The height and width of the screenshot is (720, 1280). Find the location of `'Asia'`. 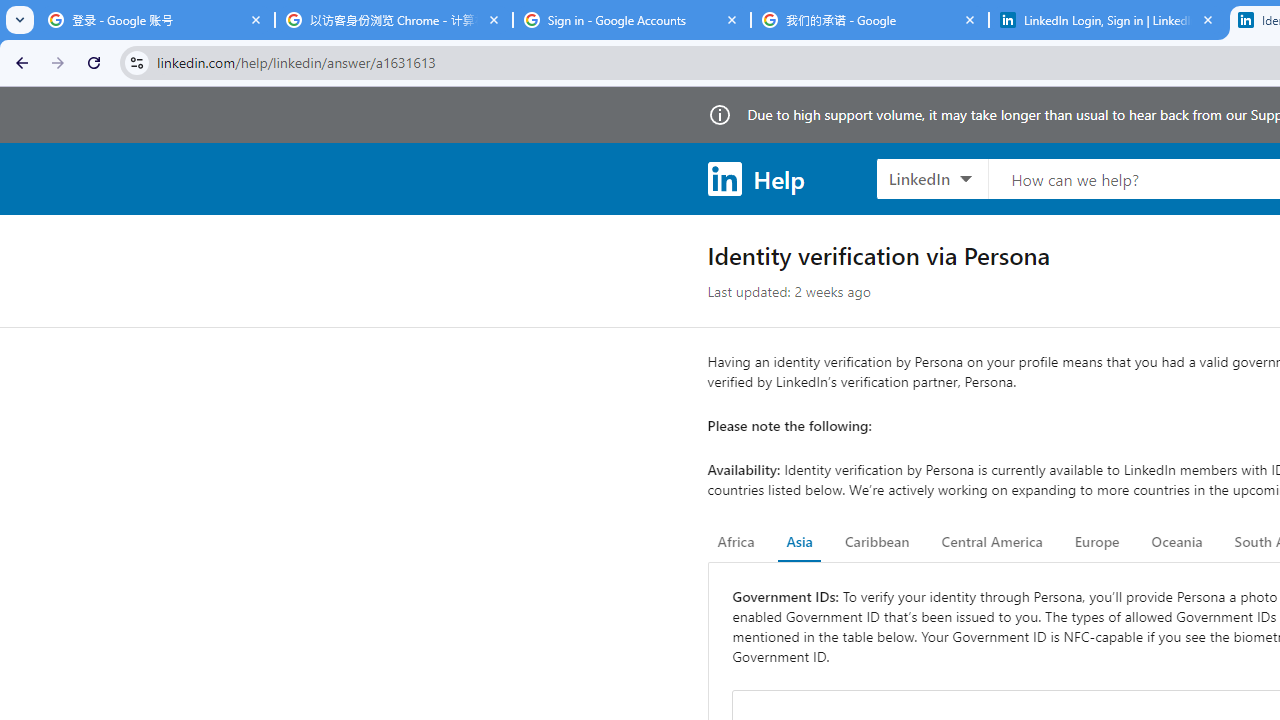

'Asia' is located at coordinates (798, 542).